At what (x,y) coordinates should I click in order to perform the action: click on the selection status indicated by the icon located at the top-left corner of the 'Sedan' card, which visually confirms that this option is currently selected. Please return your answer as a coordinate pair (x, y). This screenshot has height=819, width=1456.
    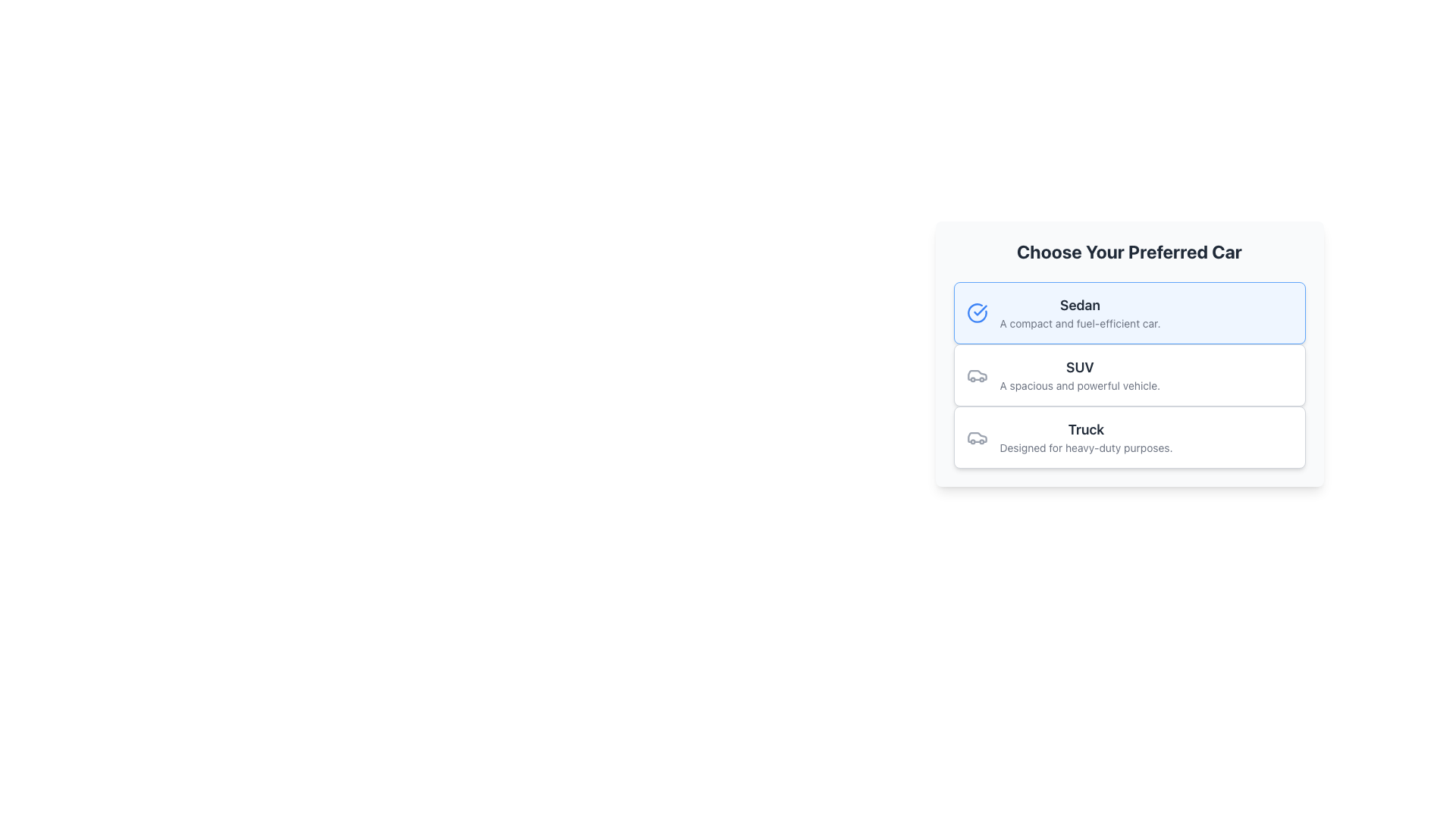
    Looking at the image, I should click on (977, 312).